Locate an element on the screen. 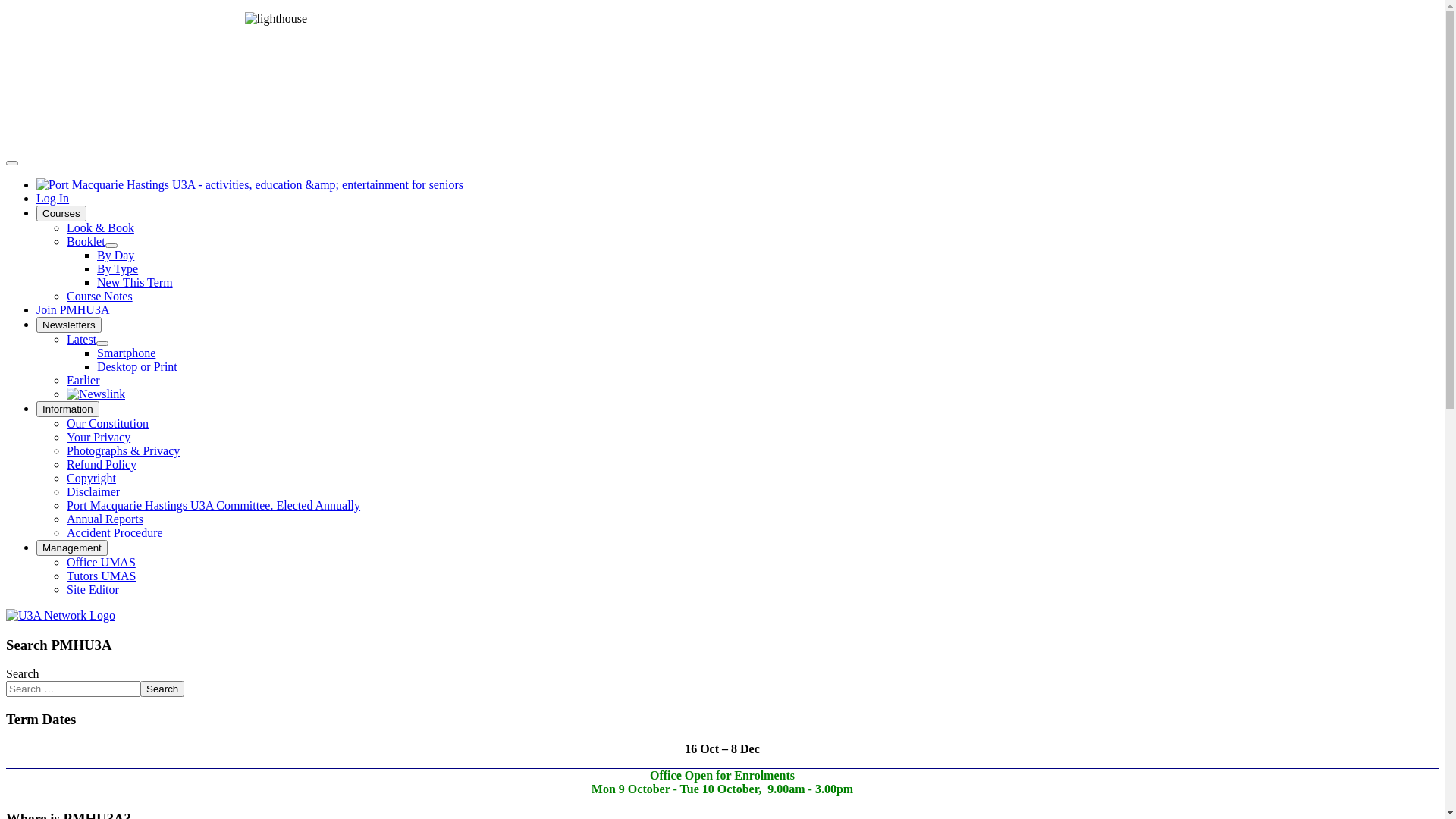 Image resolution: width=1456 pixels, height=819 pixels. 'Tutors UMAS' is located at coordinates (100, 576).